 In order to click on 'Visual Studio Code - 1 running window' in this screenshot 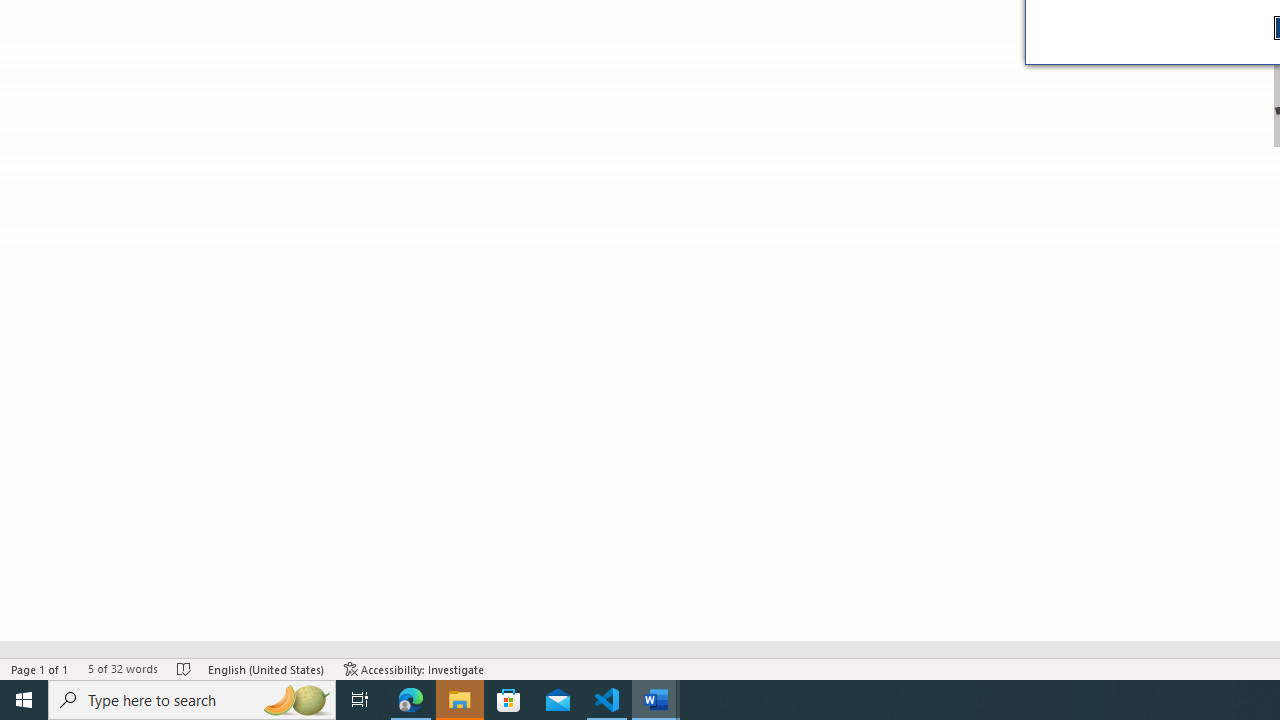, I will do `click(606, 698)`.